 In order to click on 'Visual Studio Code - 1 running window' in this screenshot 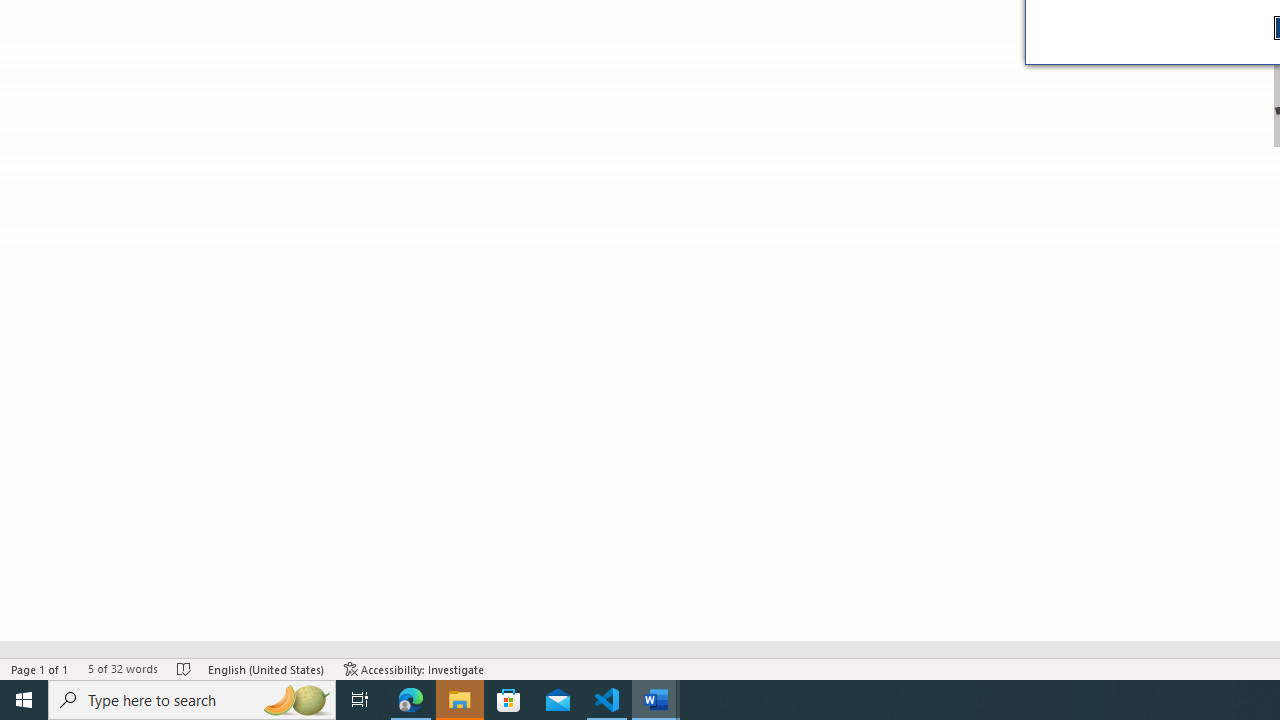, I will do `click(606, 698)`.